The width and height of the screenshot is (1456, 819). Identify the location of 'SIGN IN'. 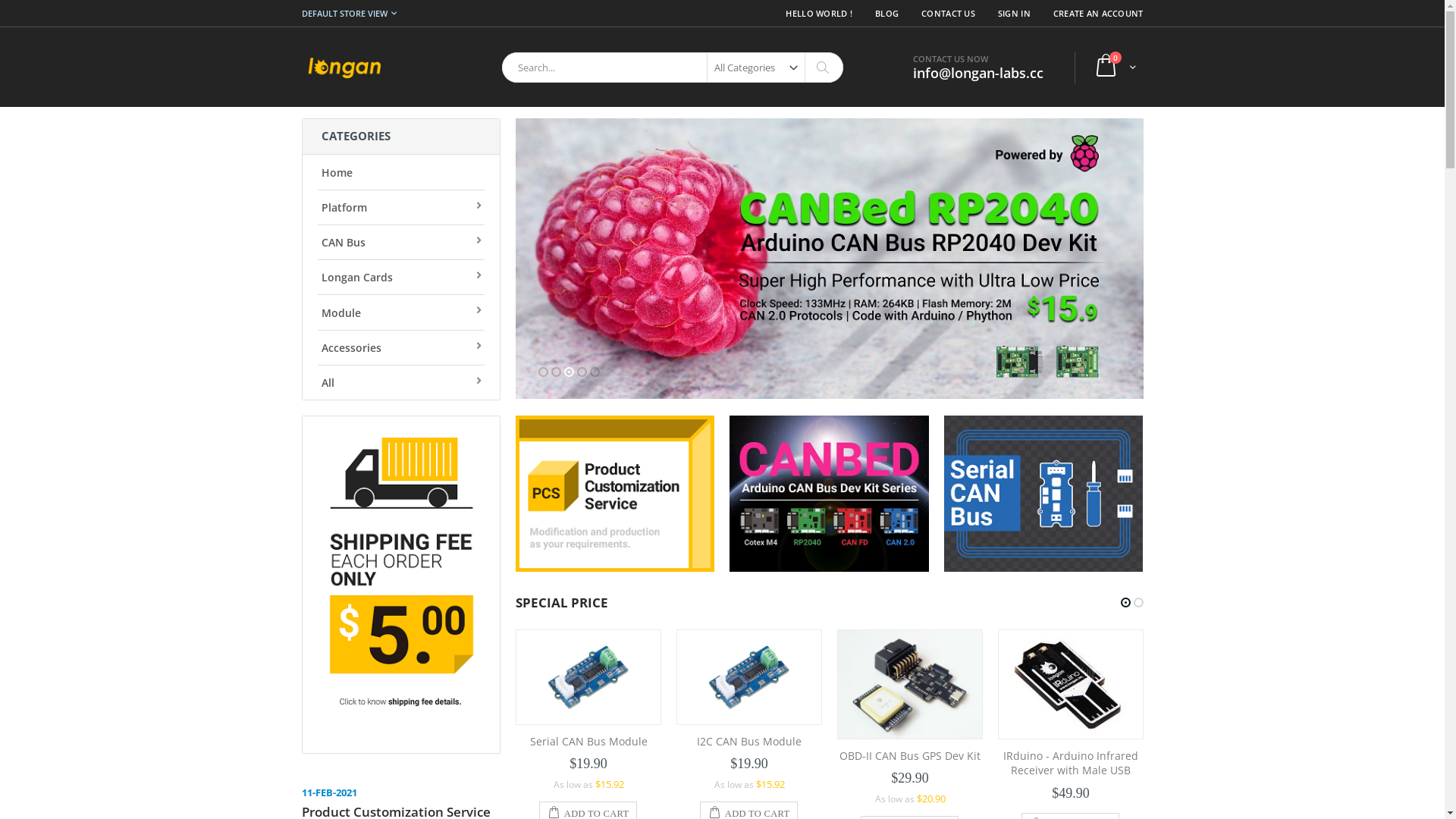
(1014, 13).